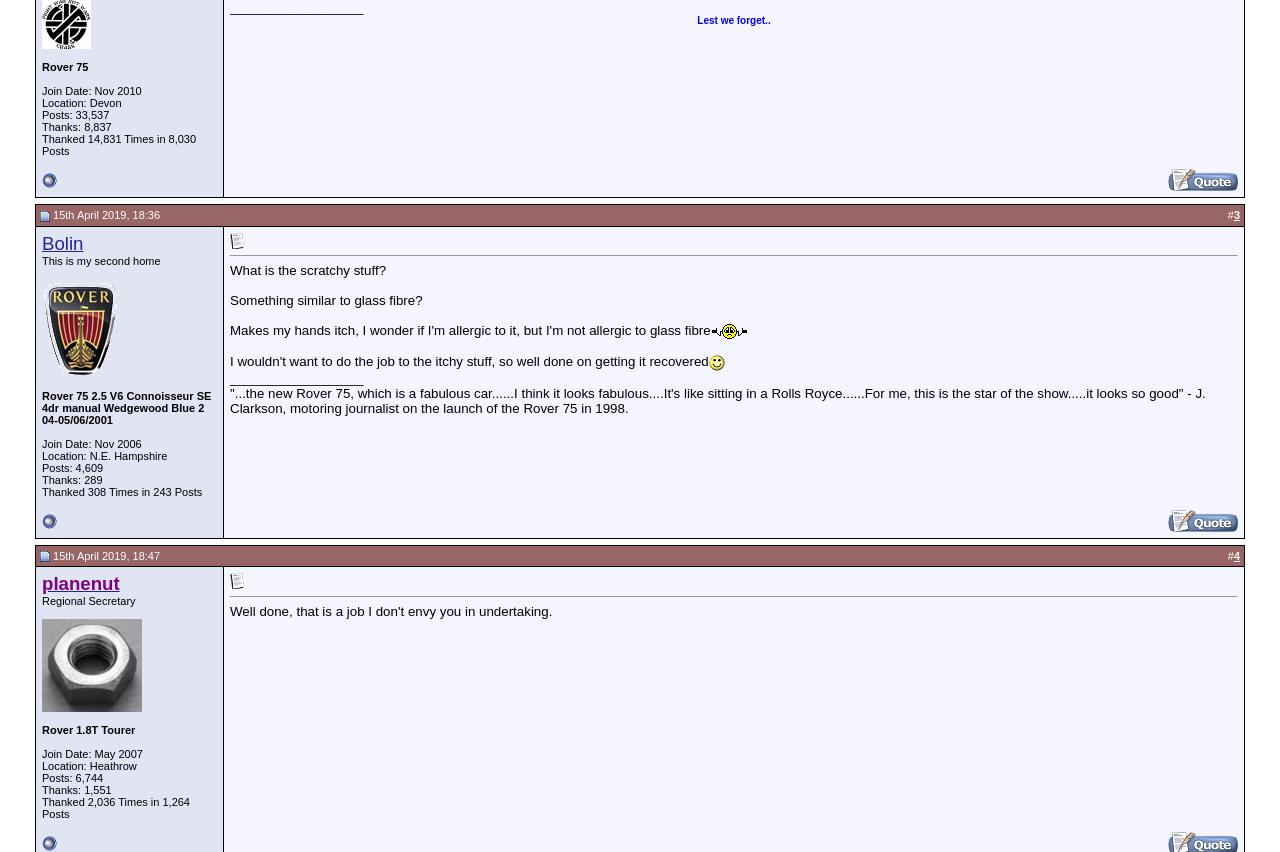  What do you see at coordinates (717, 400) in the screenshot?
I see `'"...the new Rover 75, which is a fabulous car......I think it looks fabulous....It's like sitting in a Rolls Royce......For me, this is the star of the show.....it looks so good" - J. Clarkson, motoring journalist on the launch of the Rover 75 in 1998.'` at bounding box center [717, 400].